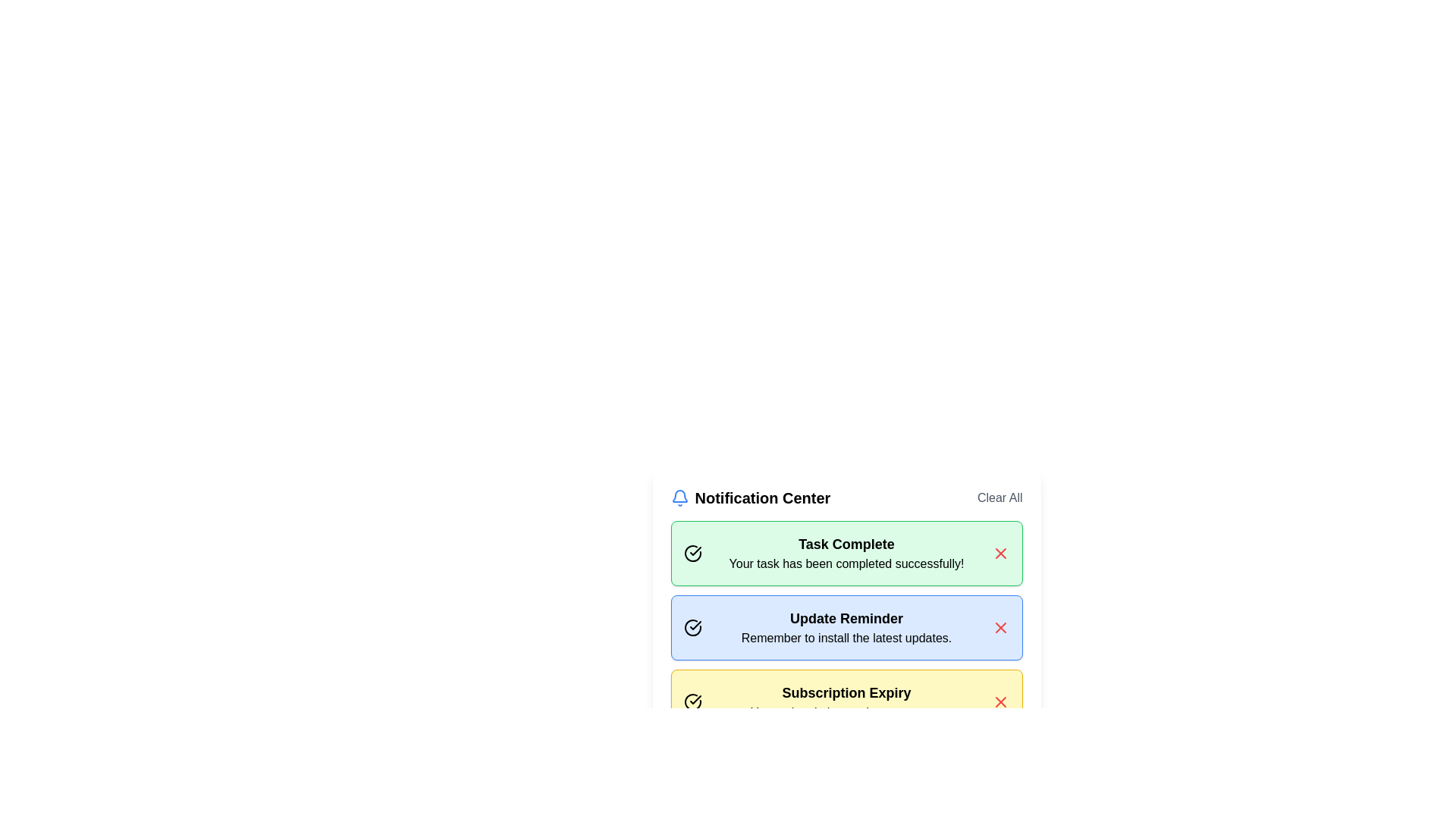 This screenshot has height=819, width=1456. Describe the element at coordinates (692, 628) in the screenshot. I see `the confirmation icon within the 'Update Reminder' notification to understand its symbolic meaning` at that location.